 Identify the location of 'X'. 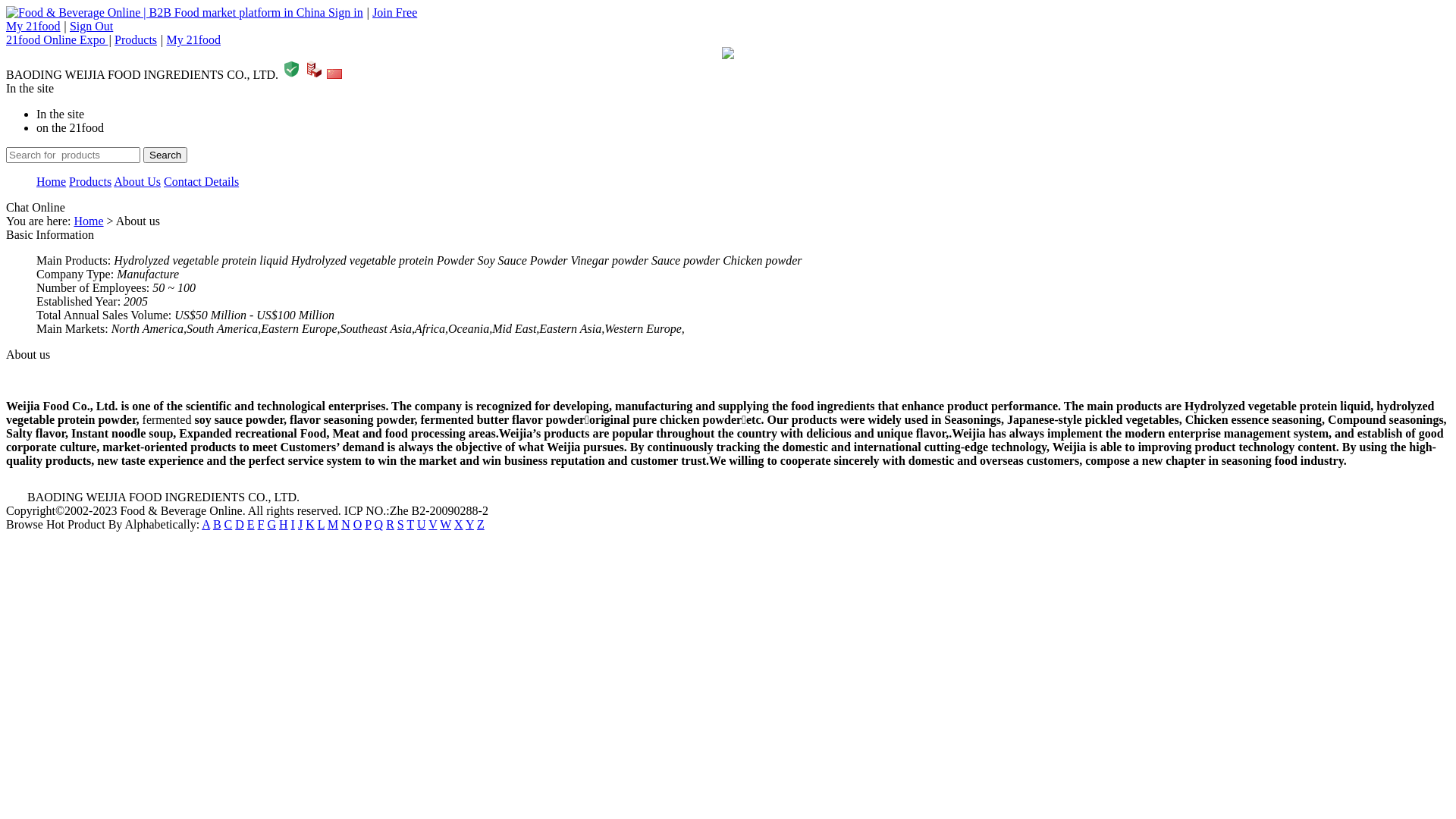
(457, 523).